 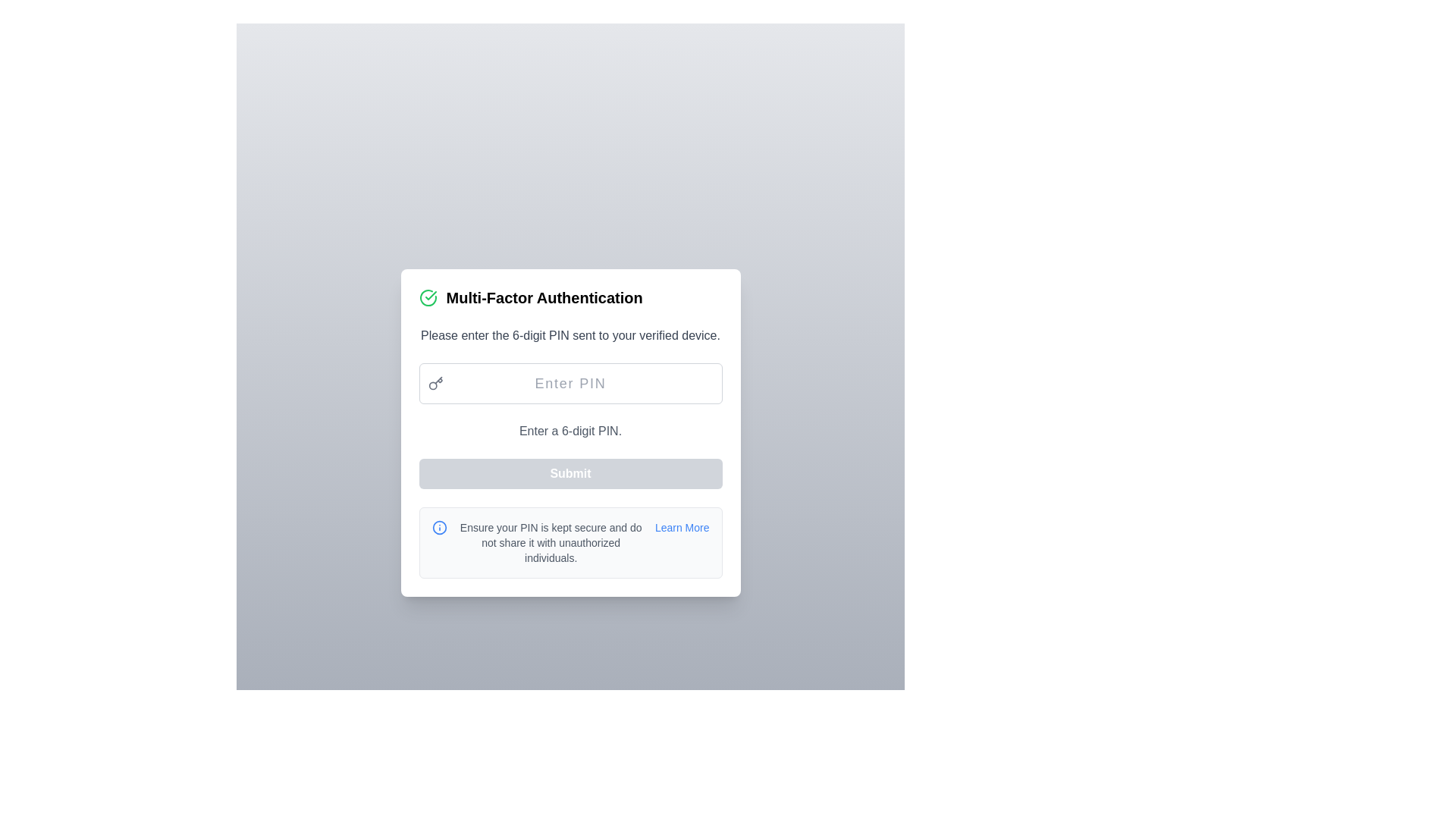 What do you see at coordinates (429, 295) in the screenshot?
I see `the Checkmark Icon, which is a green SVG symbol located in the top-right section of the modal dialogue box, representing success or confirmation` at bounding box center [429, 295].